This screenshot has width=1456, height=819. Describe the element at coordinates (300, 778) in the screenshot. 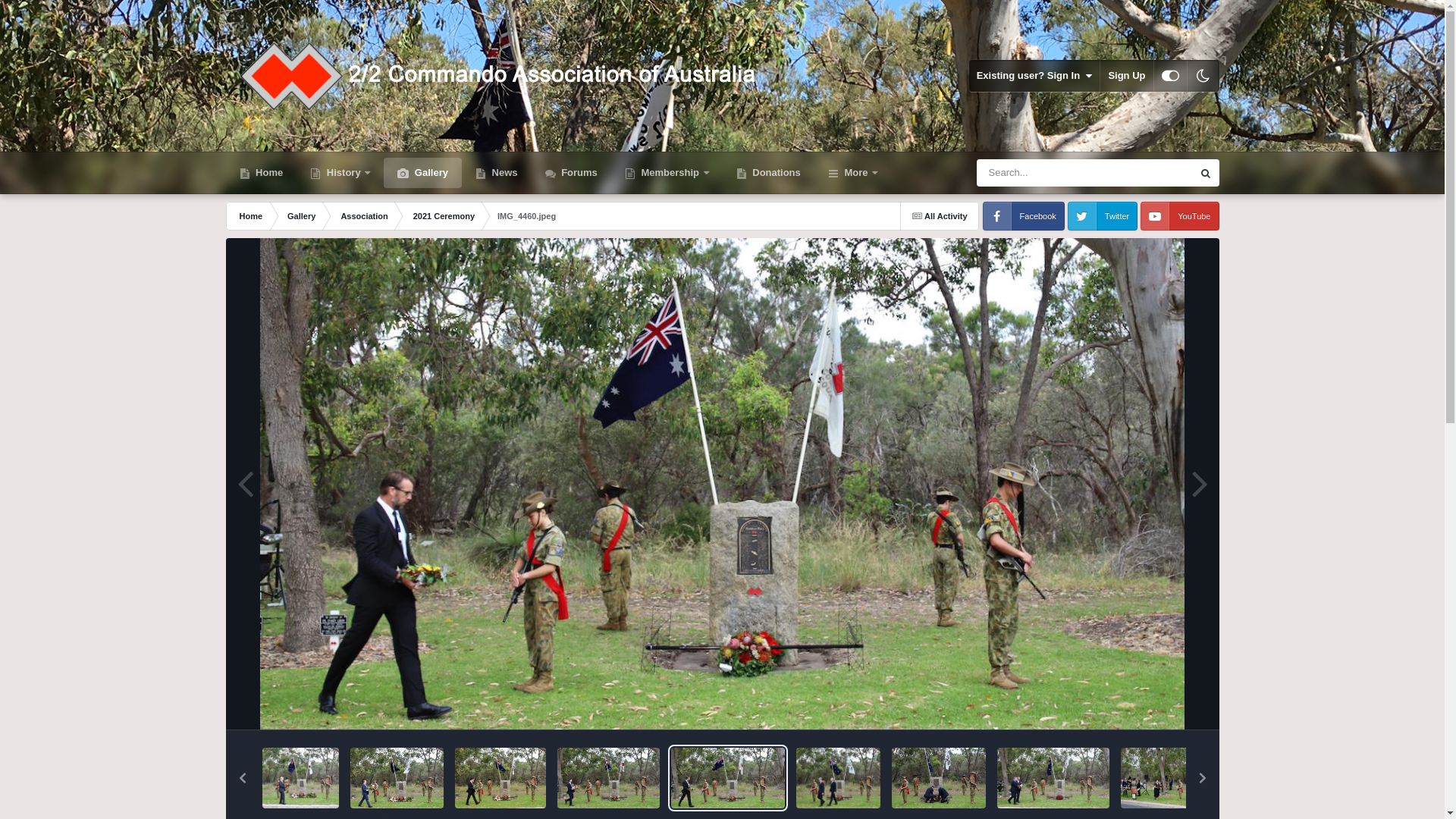

I see `'View the image IMG_4493.jpeg'` at that location.